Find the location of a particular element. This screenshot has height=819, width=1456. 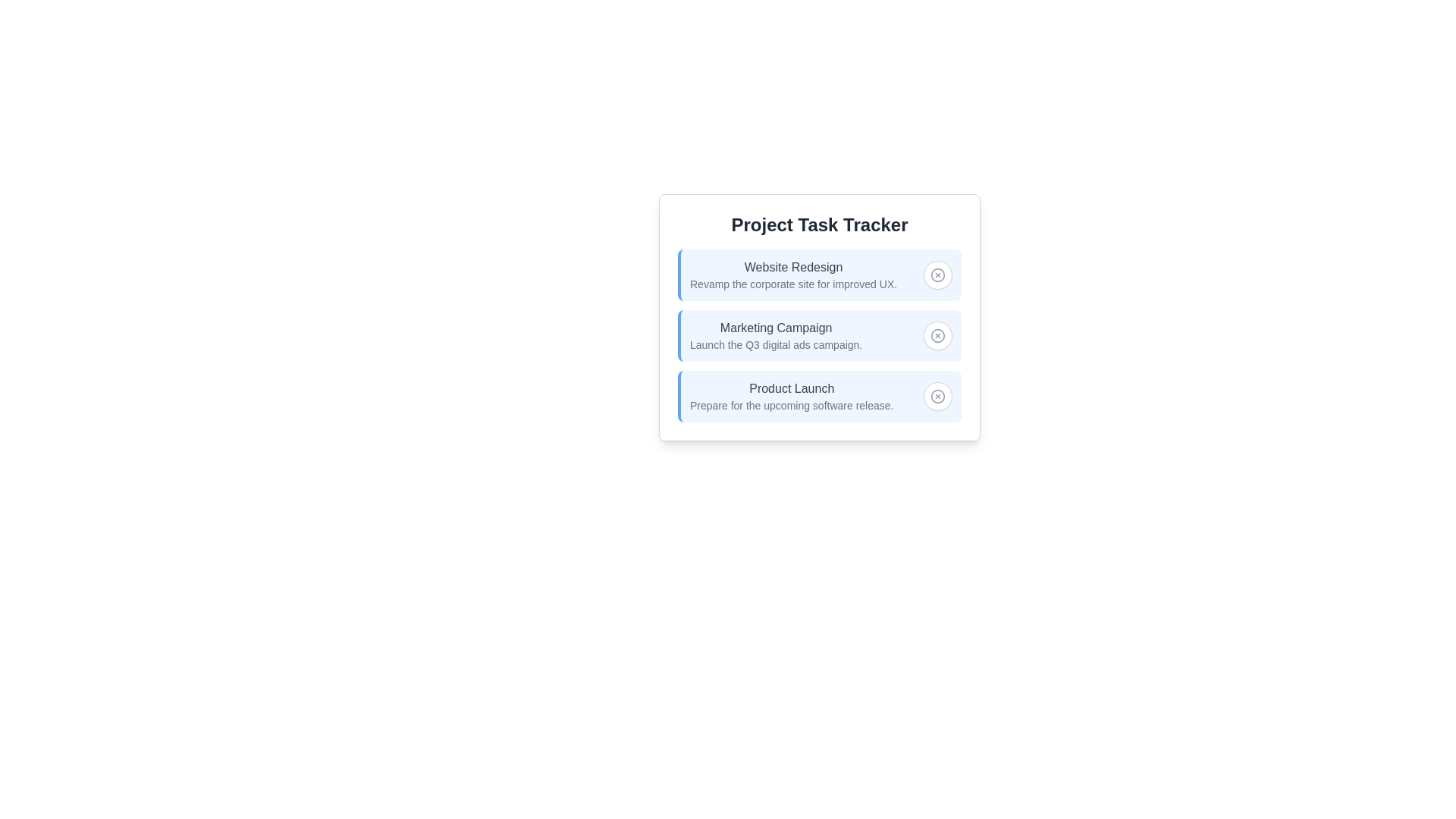

toggle button for the project named Marketing Campaign is located at coordinates (937, 335).